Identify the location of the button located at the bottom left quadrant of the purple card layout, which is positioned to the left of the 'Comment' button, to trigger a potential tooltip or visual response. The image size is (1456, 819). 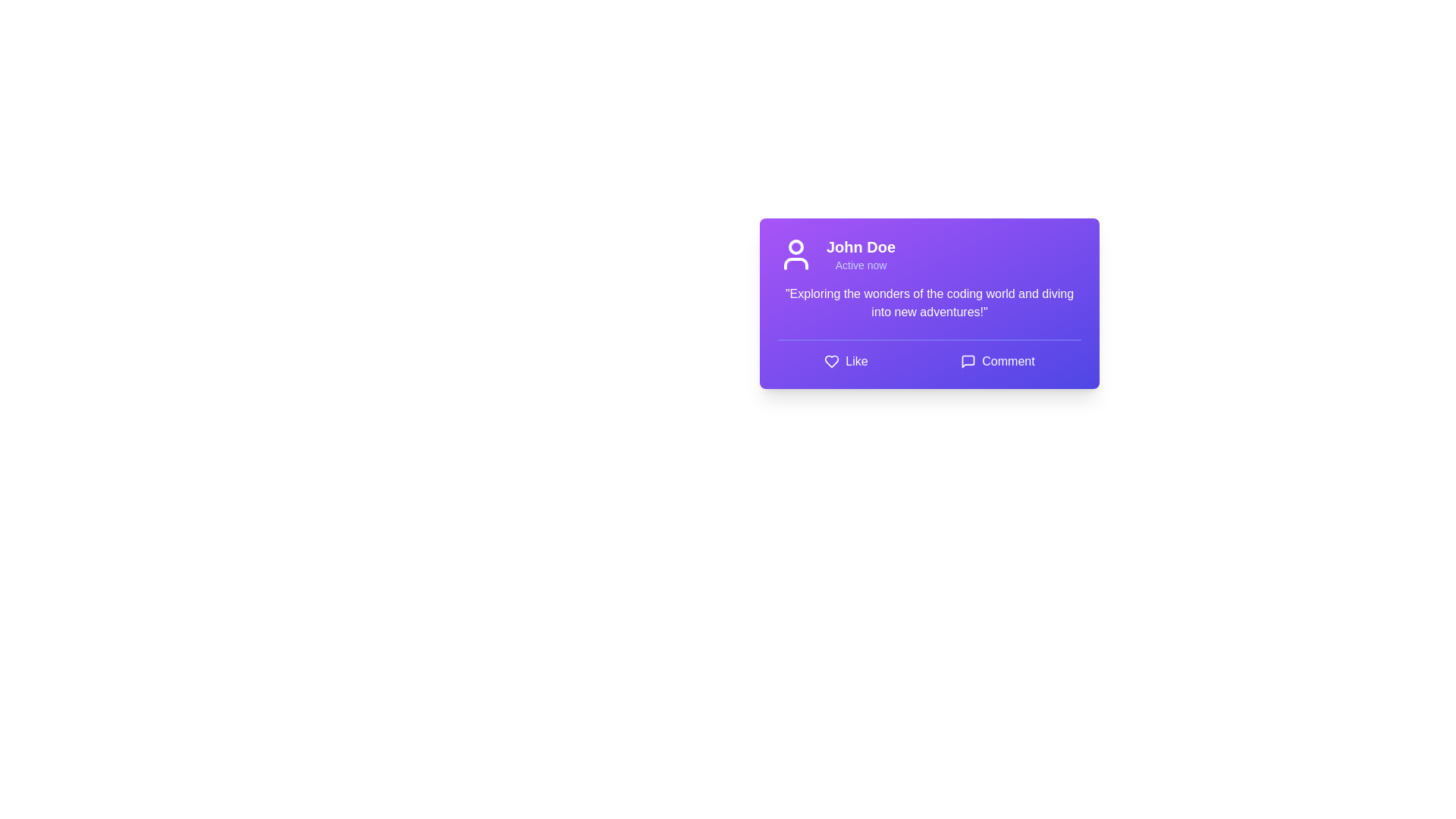
(845, 362).